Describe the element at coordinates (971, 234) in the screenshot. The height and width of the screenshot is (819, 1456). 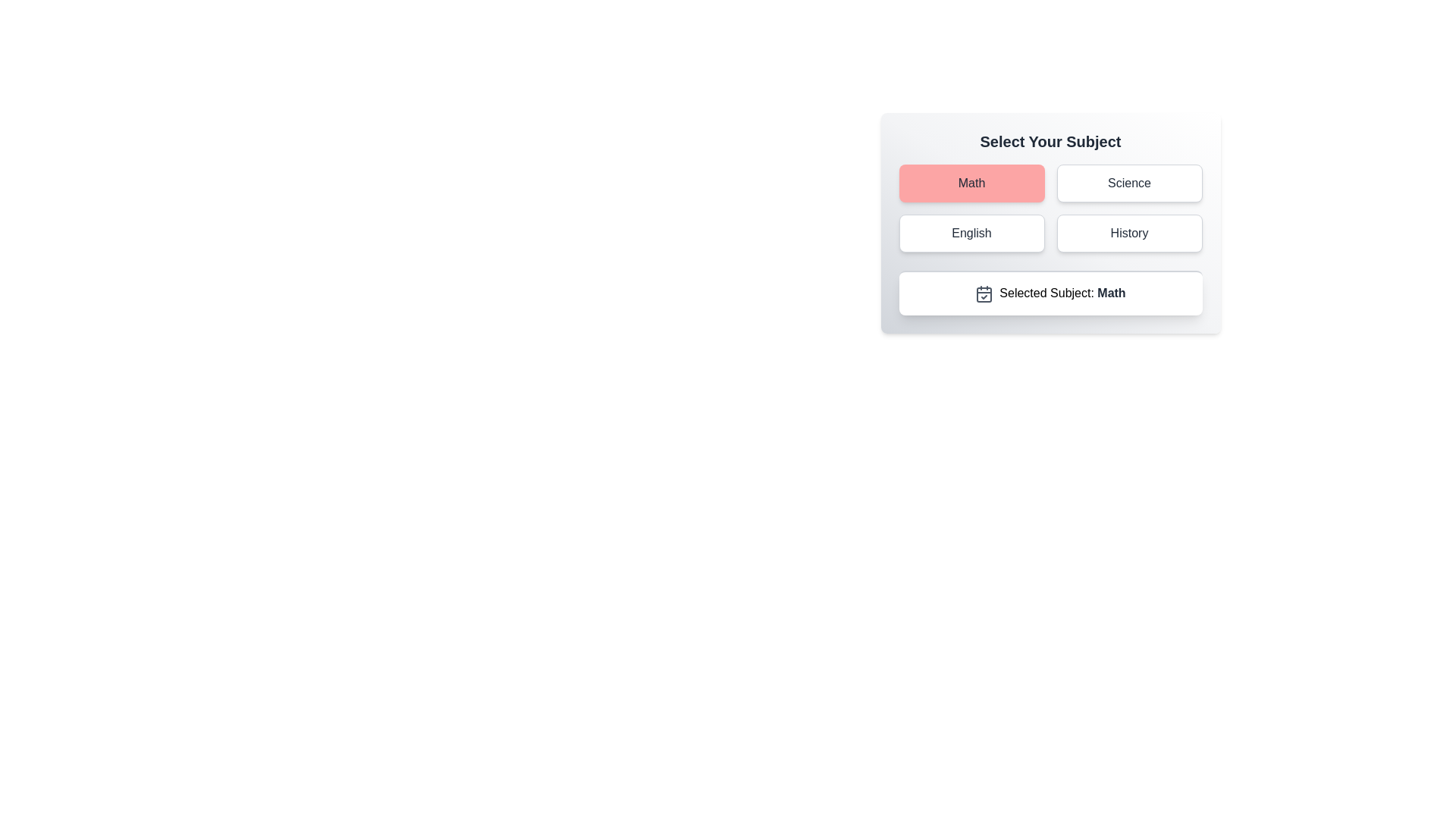
I see `the rectangular white button labeled 'English' that is located under the 'Math' button and to the left of the 'History' button` at that location.